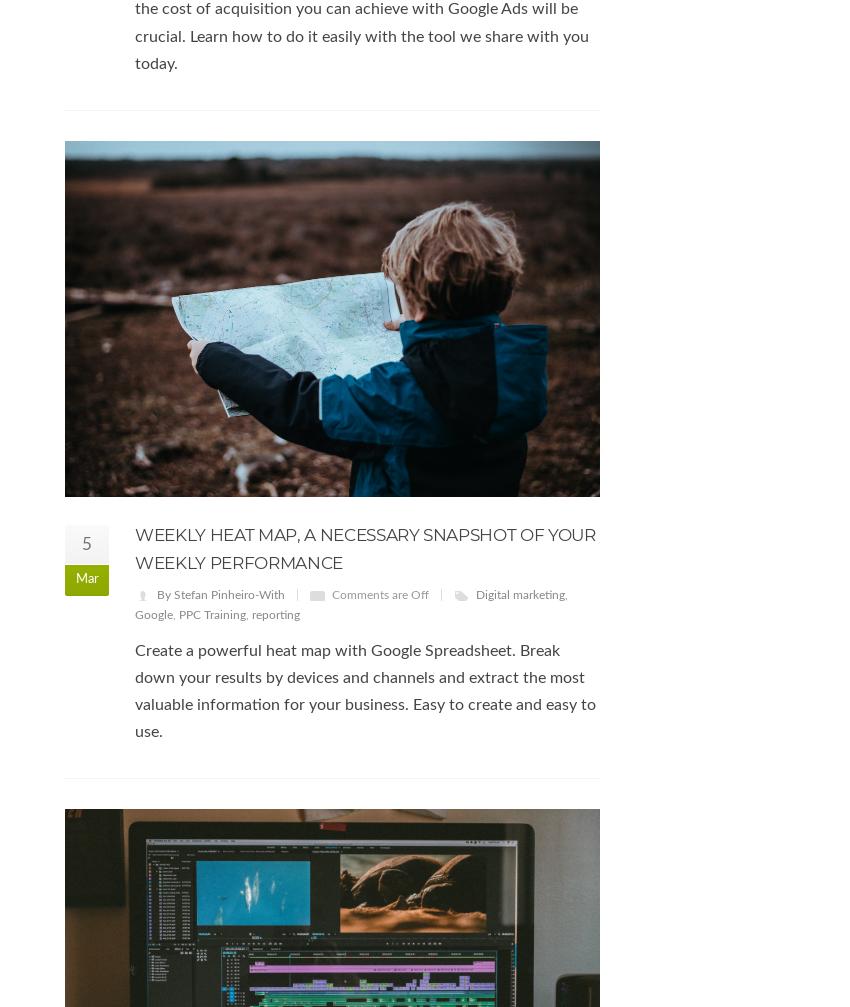 The height and width of the screenshot is (1007, 850). Describe the element at coordinates (221, 593) in the screenshot. I see `'By  Stefan Pinheiro-With'` at that location.